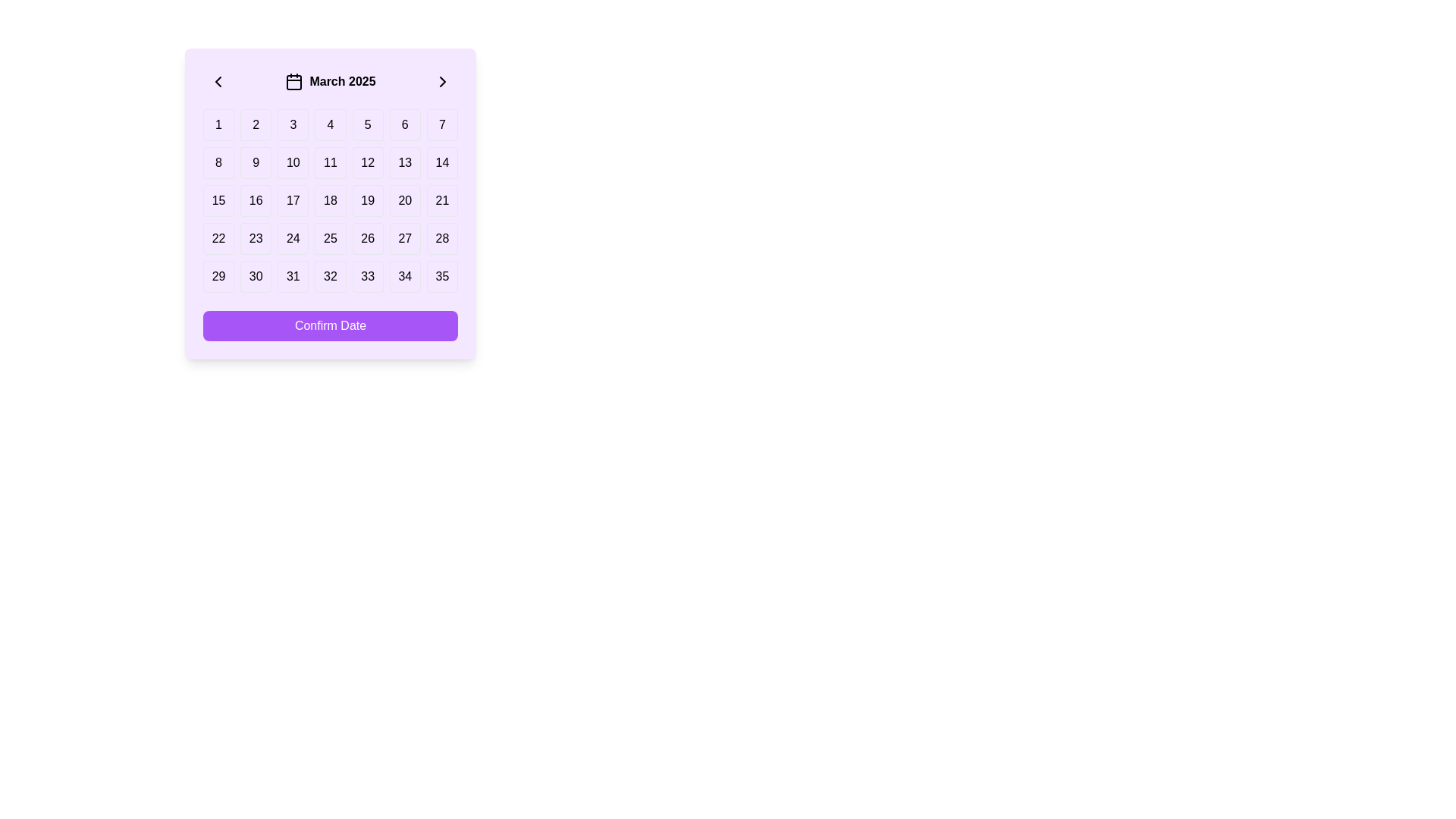  What do you see at coordinates (218, 163) in the screenshot?
I see `the interactive button in the first column of the second row of the grid` at bounding box center [218, 163].